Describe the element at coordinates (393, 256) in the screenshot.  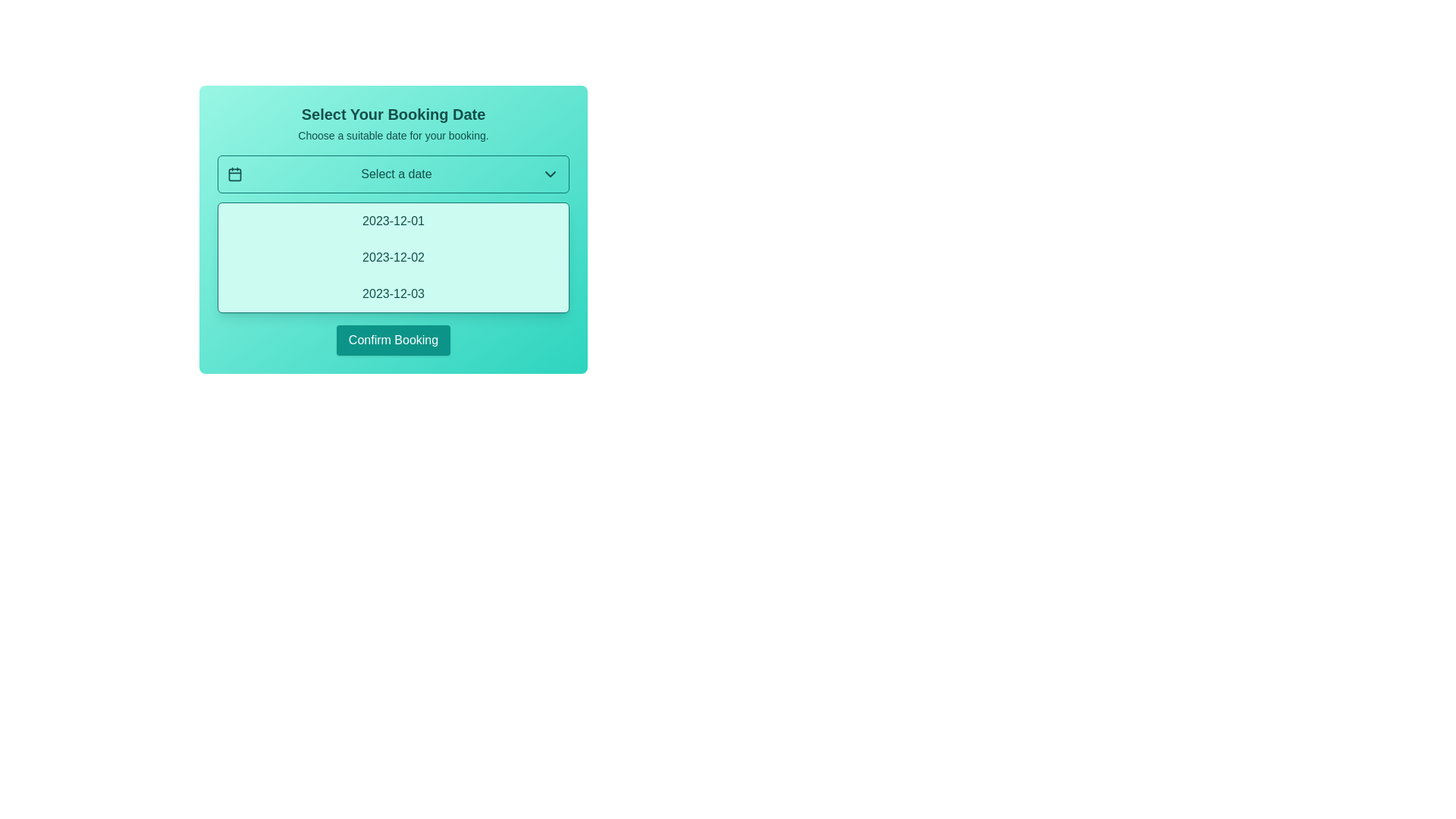
I see `the selectable date option '2023-12-02' in the dropdown menu to change its background color` at that location.